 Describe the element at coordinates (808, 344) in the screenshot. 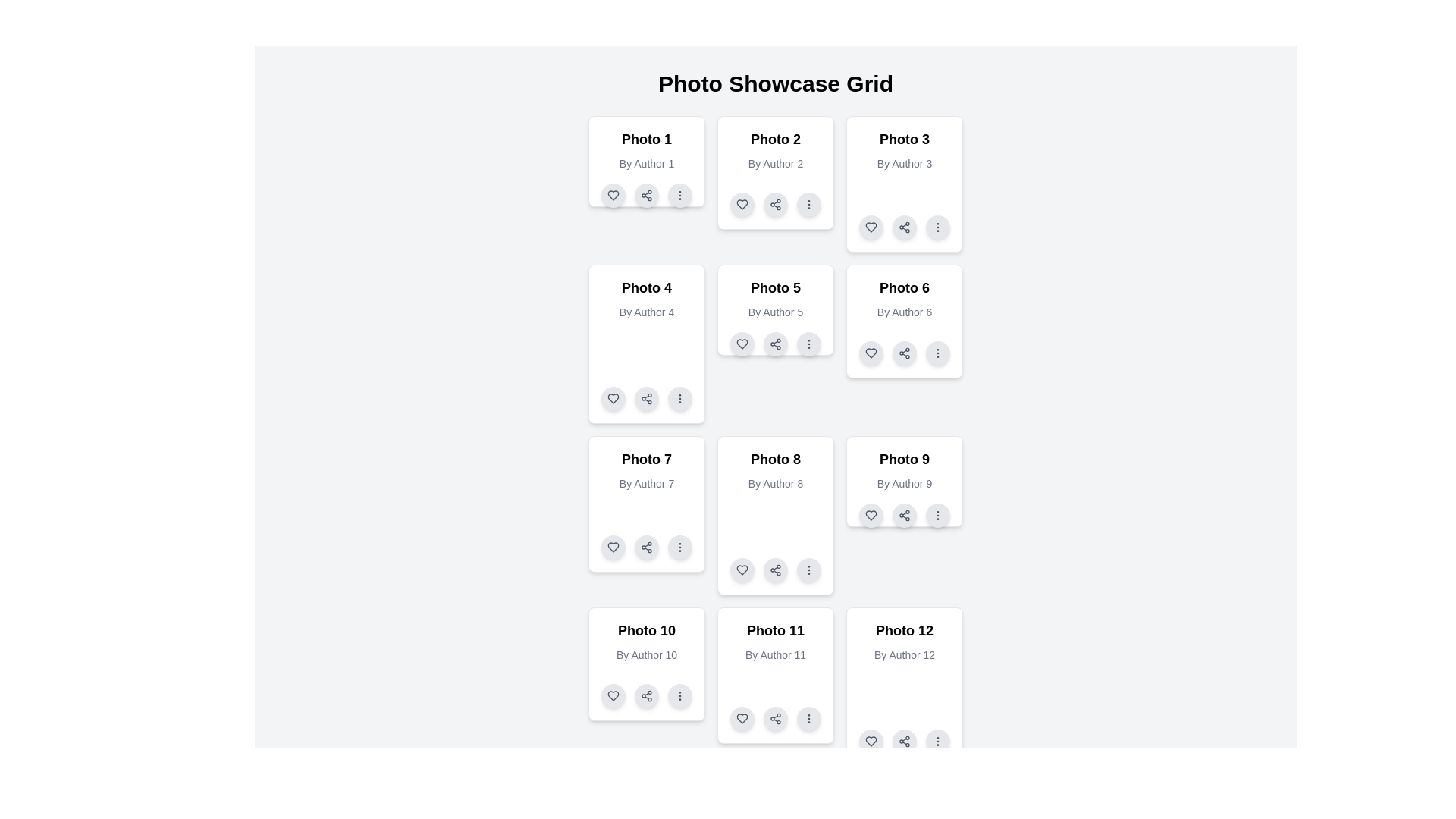

I see `the circular button with a light gray background and three vertically aligned gray dots at its center, located in the bottom right corner of the 'Photo 5' card` at that location.